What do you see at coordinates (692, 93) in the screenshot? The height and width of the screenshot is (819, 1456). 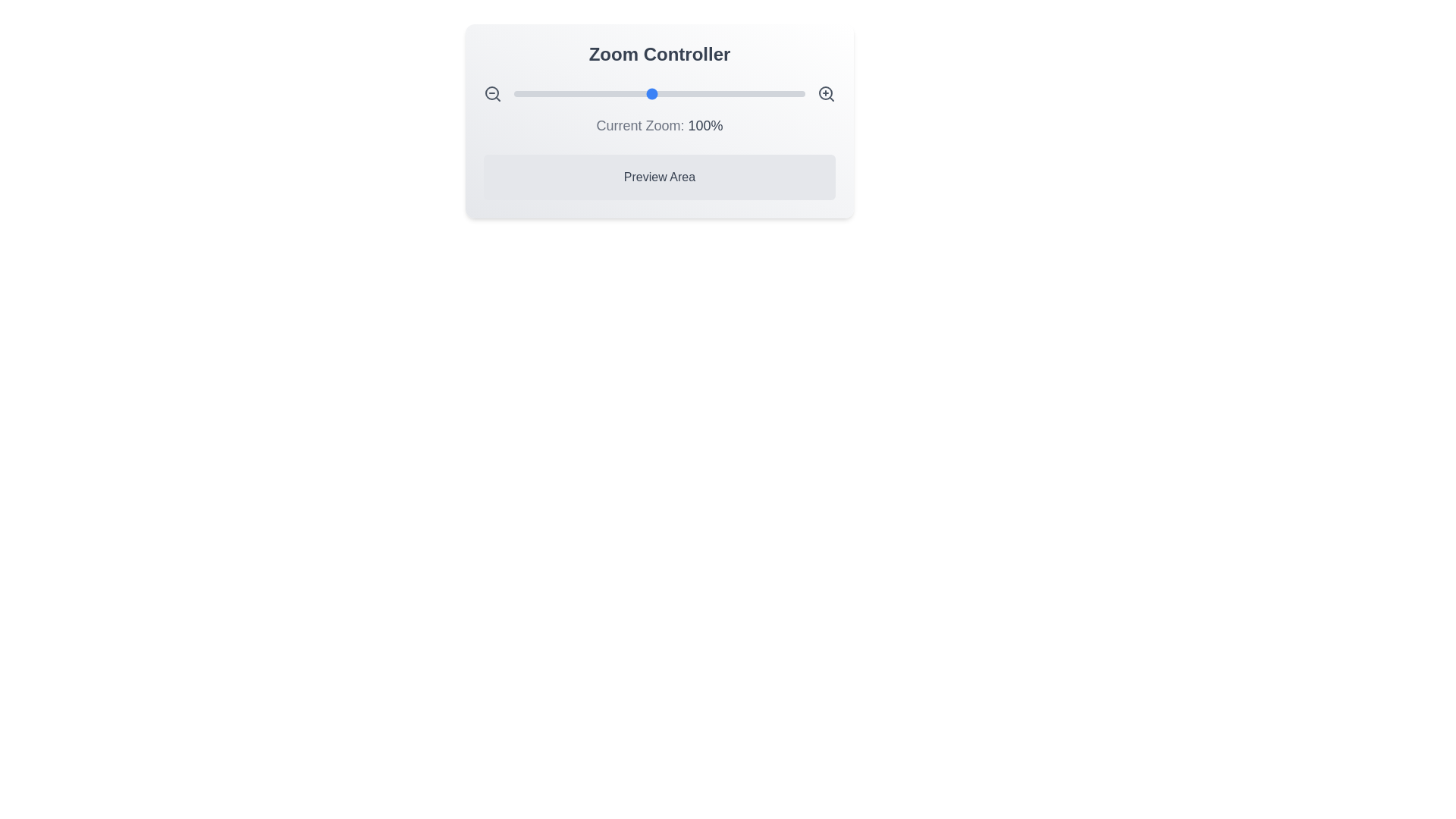 I see `the zoom slider to set the zoom level to 127` at bounding box center [692, 93].